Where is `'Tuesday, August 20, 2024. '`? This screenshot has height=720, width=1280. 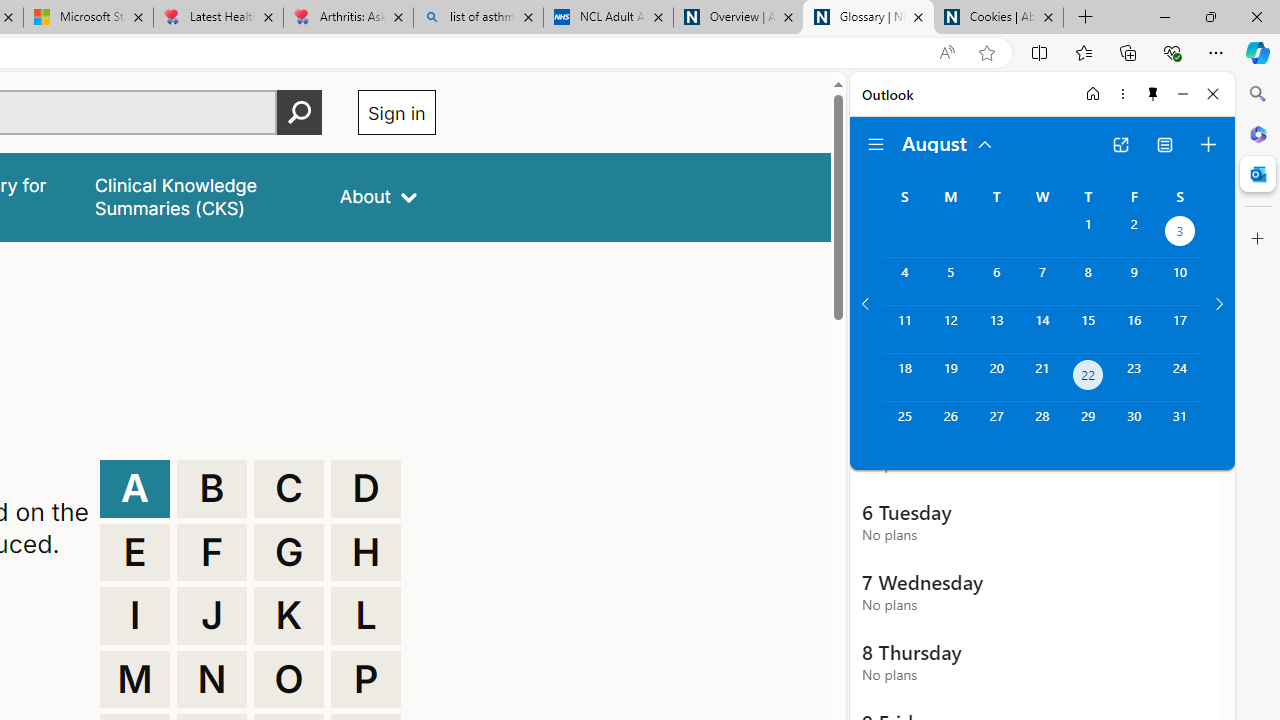 'Tuesday, August 20, 2024. ' is located at coordinates (996, 377).